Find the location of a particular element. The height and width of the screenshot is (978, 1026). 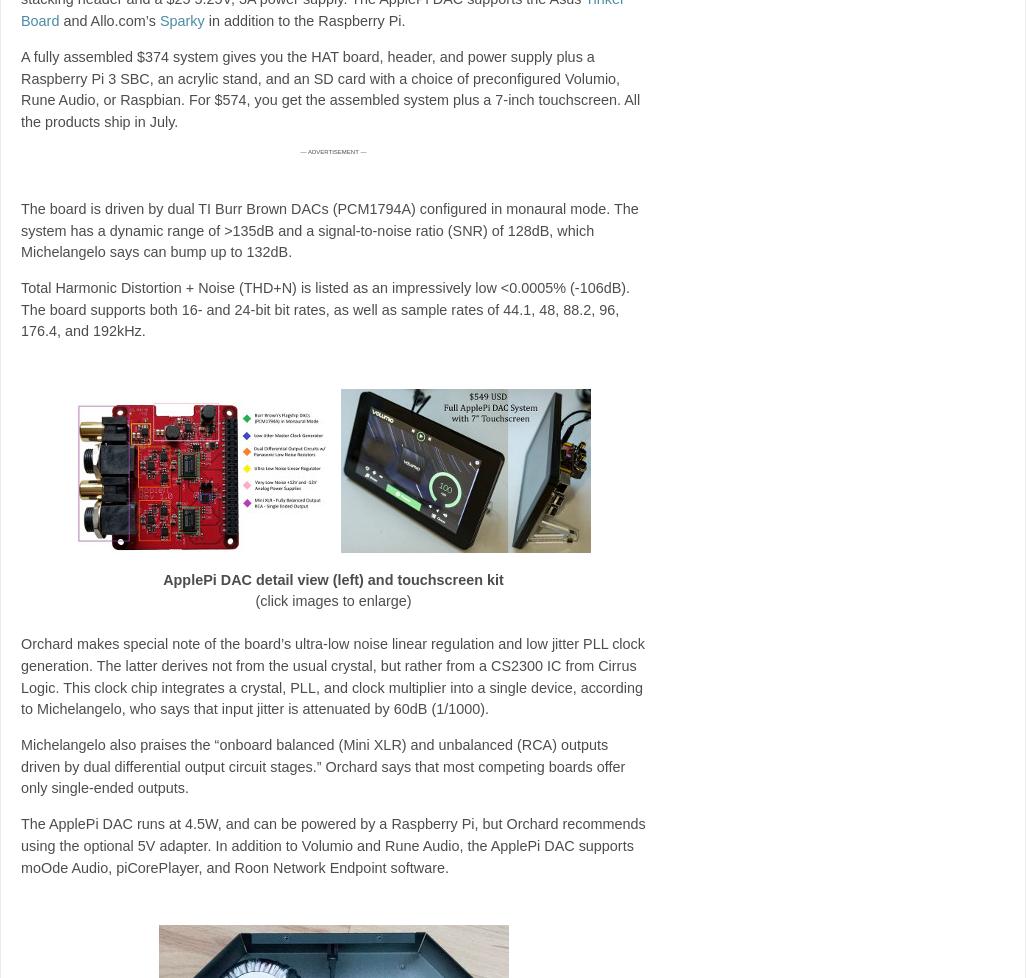

'(click images to enlarge)' is located at coordinates (333, 600).